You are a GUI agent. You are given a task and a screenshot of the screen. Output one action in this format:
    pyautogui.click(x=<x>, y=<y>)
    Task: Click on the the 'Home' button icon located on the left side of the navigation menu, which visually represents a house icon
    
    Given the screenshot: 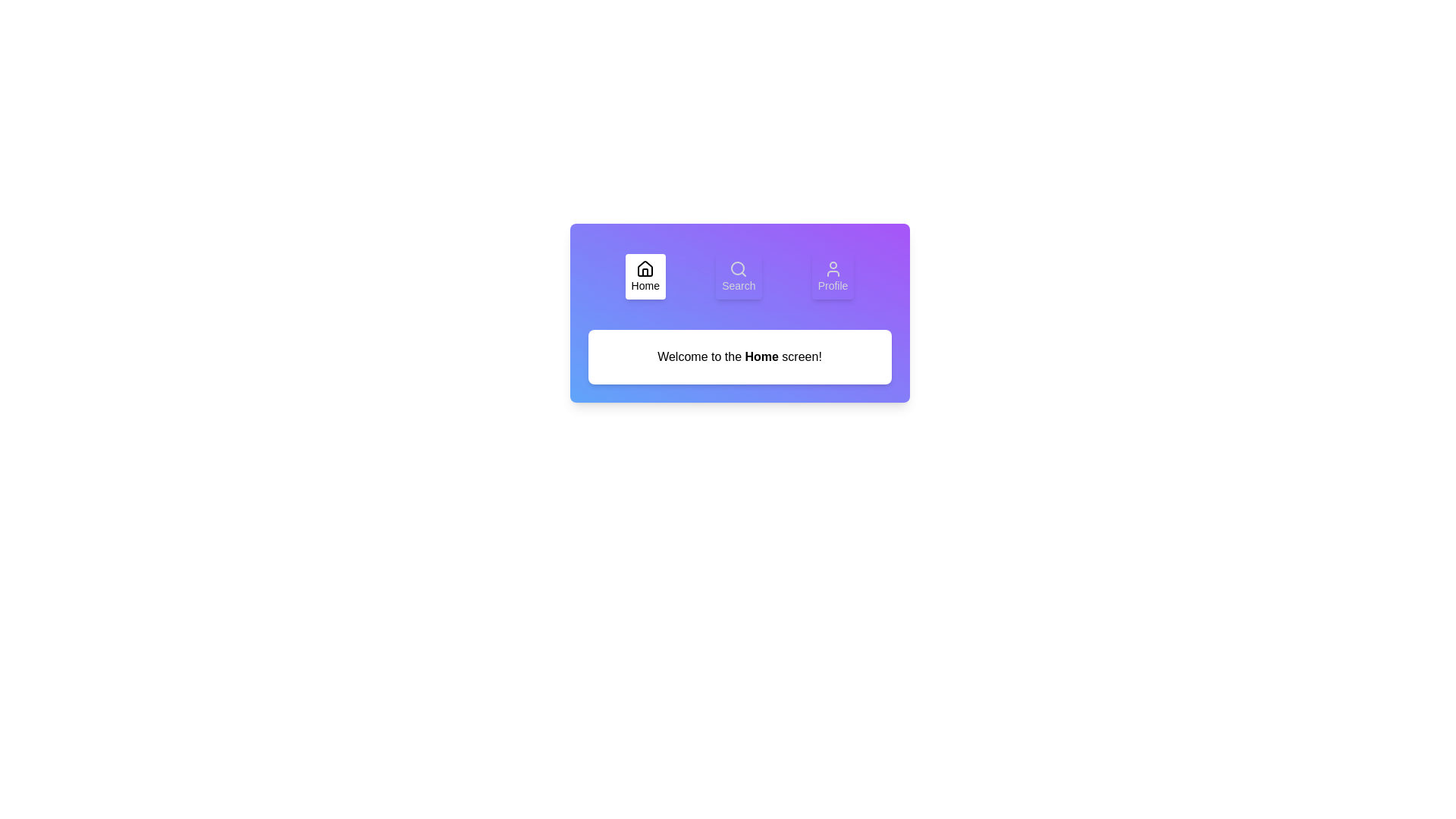 What is the action you would take?
    pyautogui.click(x=645, y=271)
    